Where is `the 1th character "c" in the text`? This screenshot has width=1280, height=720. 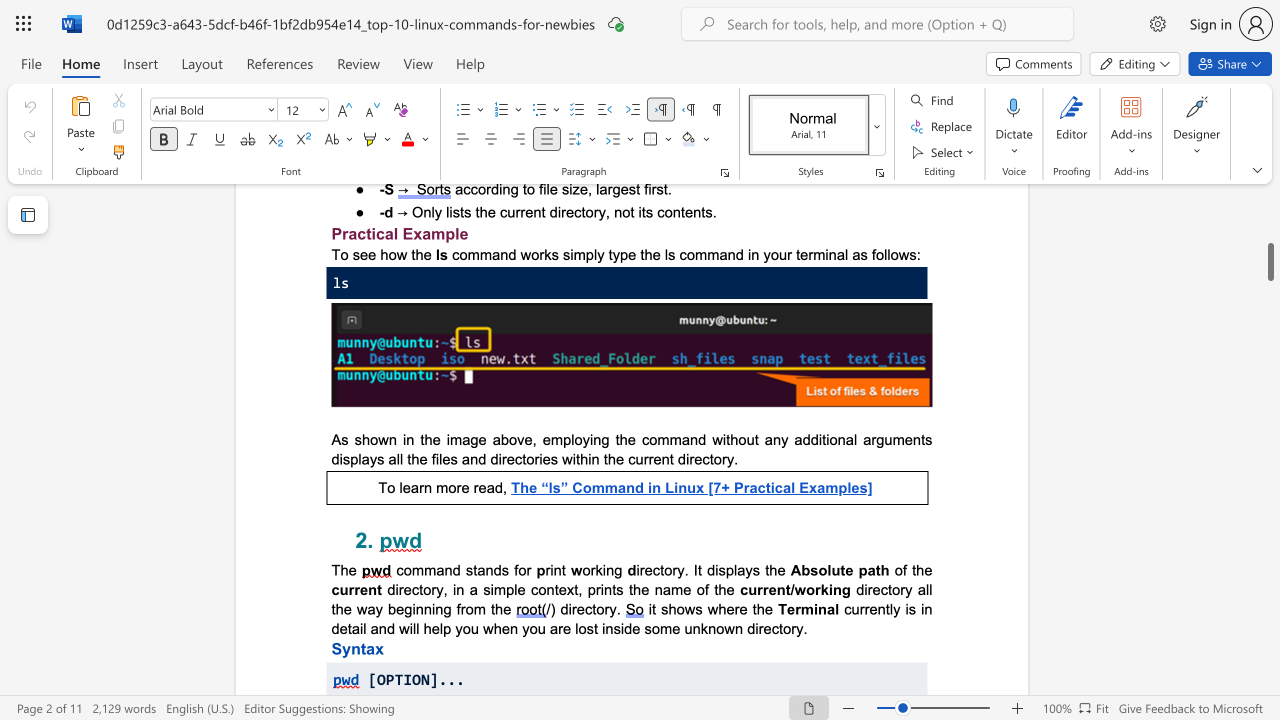
the 1th character "c" in the text is located at coordinates (645, 438).